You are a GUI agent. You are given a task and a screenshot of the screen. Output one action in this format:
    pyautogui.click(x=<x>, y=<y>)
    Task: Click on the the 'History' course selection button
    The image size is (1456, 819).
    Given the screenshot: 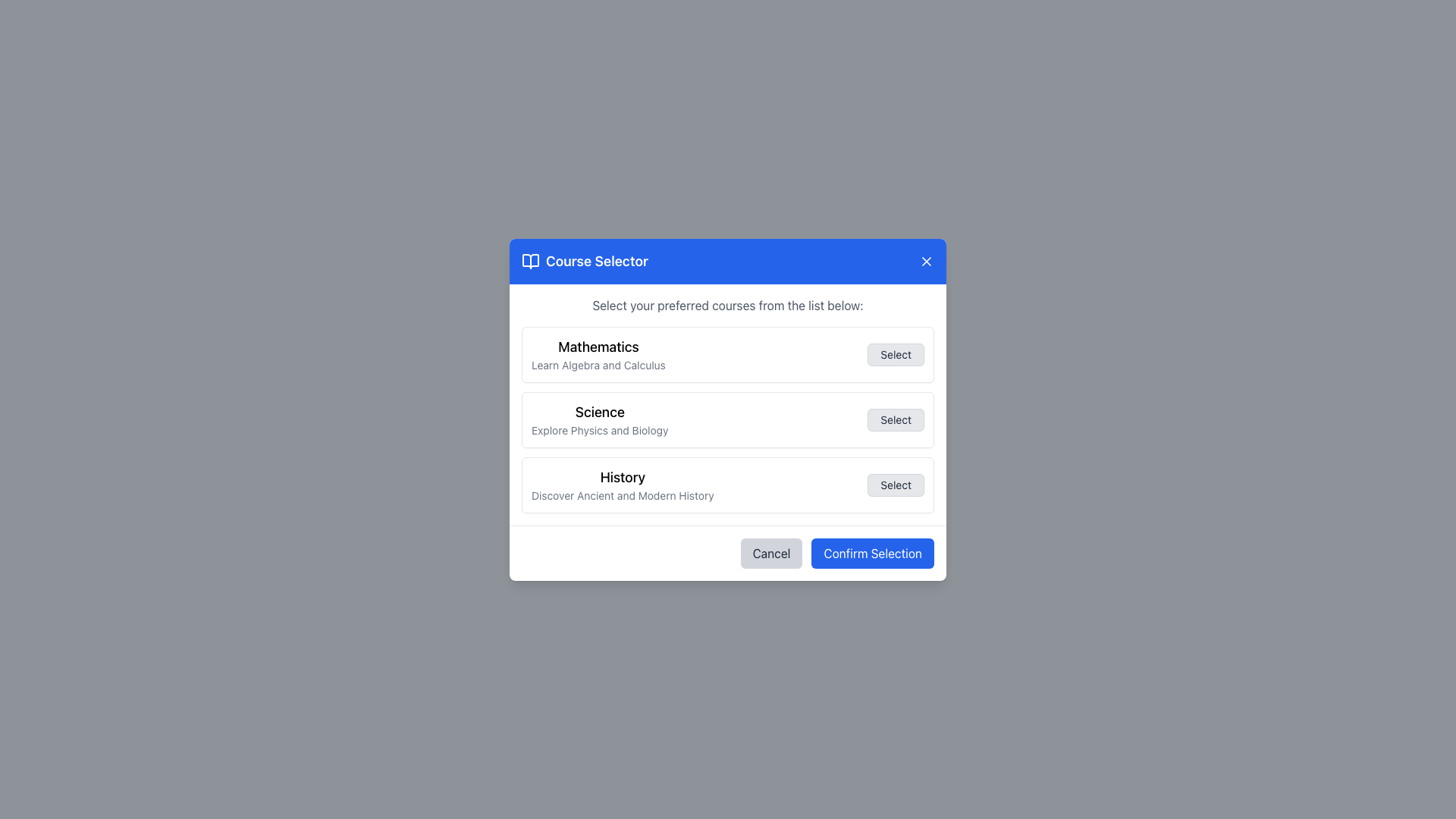 What is the action you would take?
    pyautogui.click(x=896, y=485)
    